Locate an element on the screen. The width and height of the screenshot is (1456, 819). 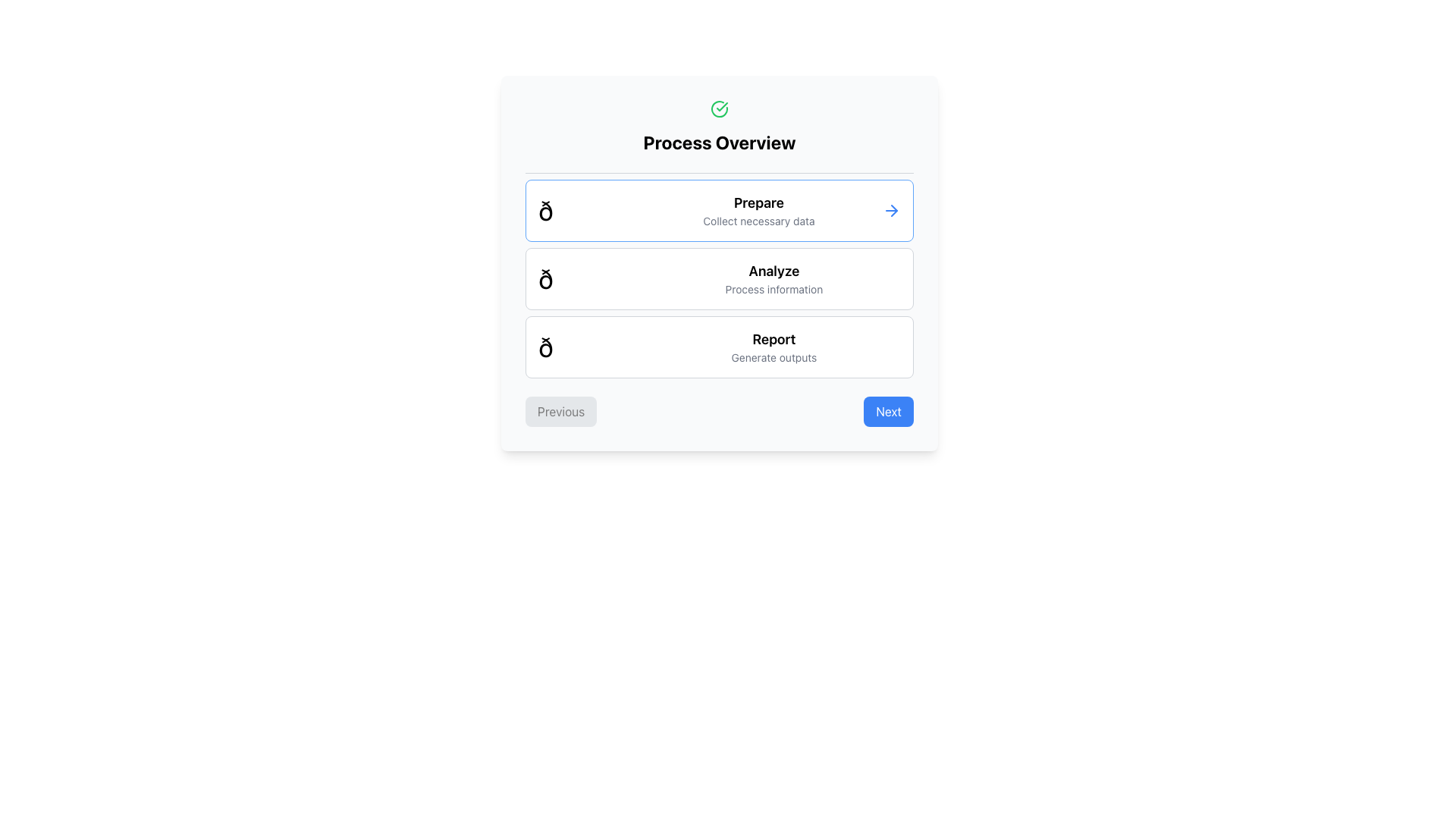
the second informational card labeled 'Analyze' in the 'Process Overview' section is located at coordinates (719, 278).